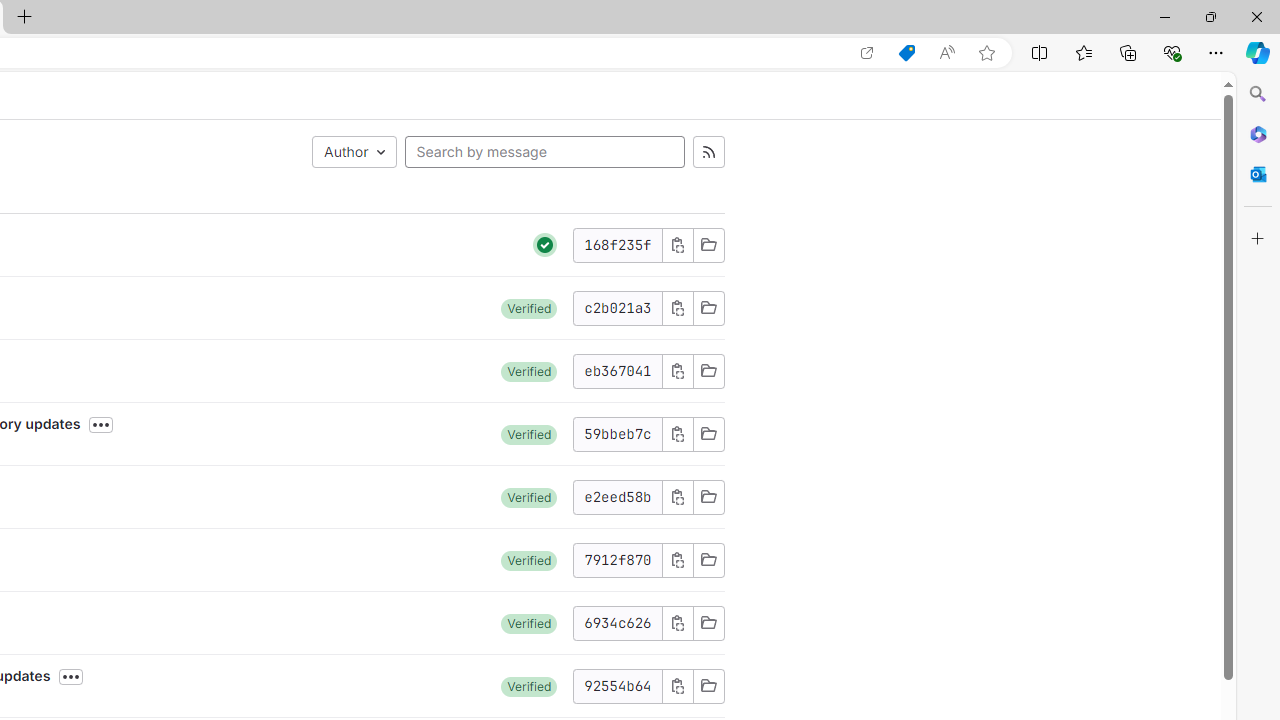 The image size is (1280, 720). I want to click on 'Copy commit SHA', so click(677, 685).